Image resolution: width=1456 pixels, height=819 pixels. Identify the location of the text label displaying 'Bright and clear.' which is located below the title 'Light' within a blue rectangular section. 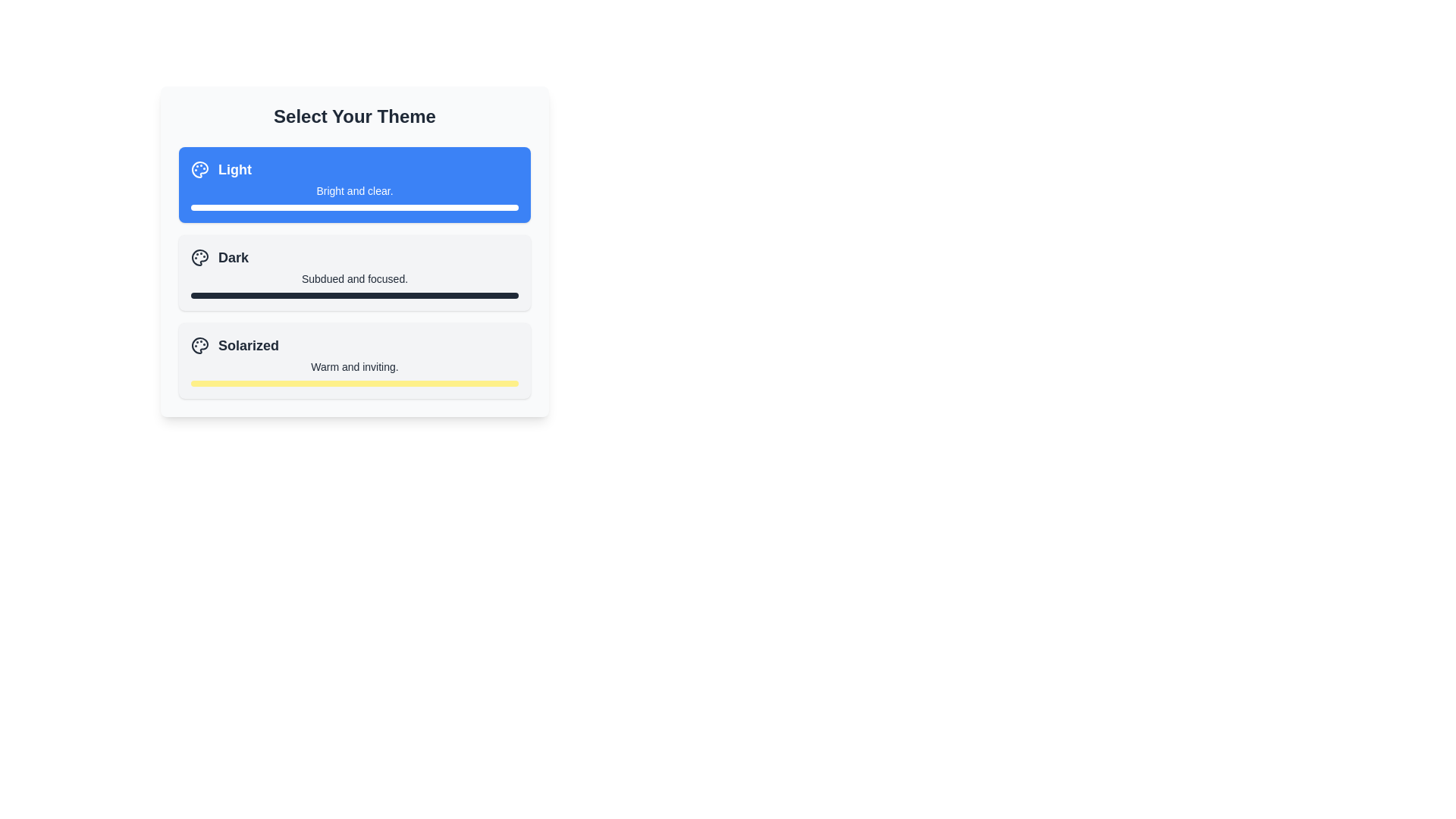
(353, 190).